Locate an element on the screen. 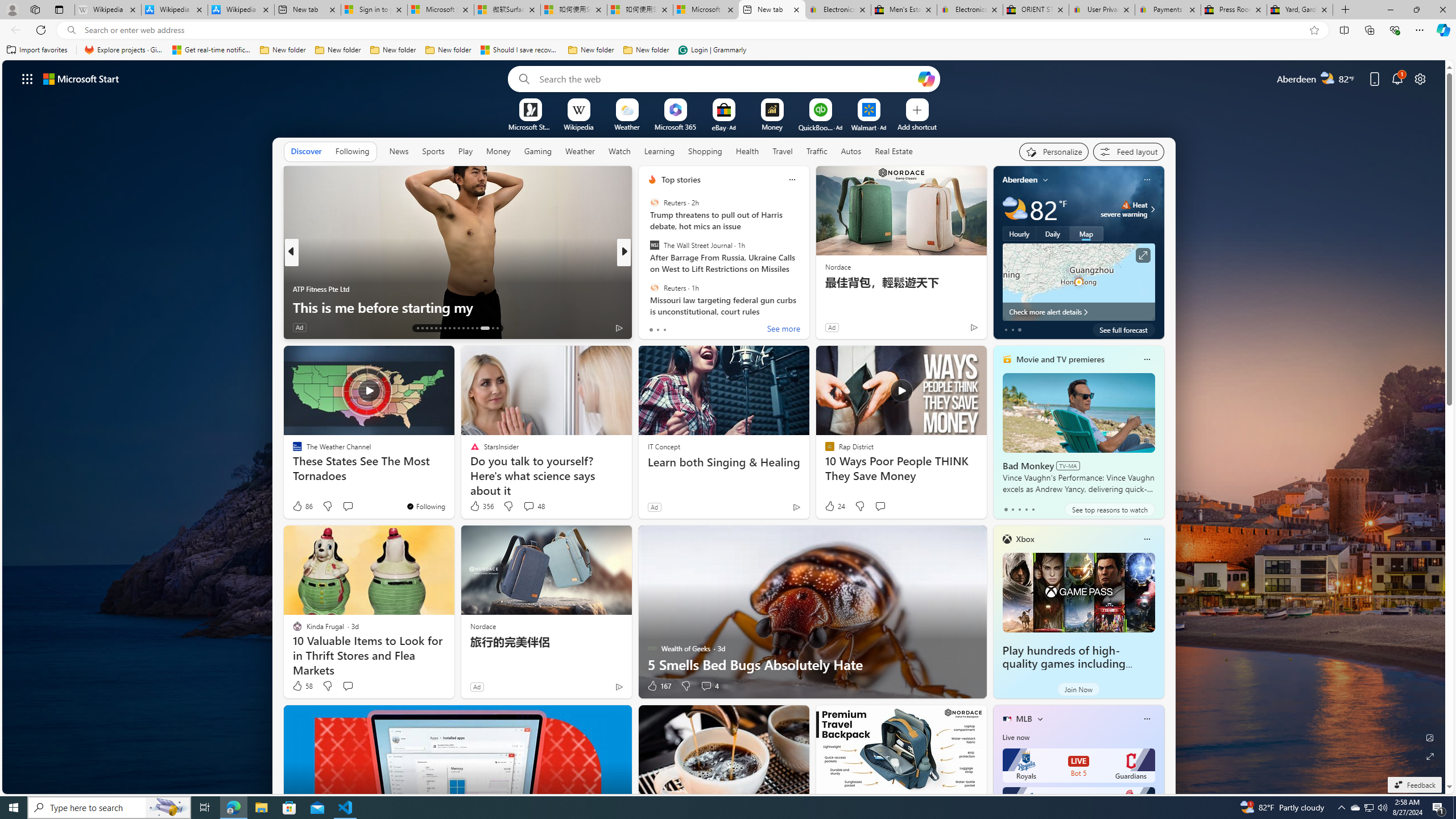  'Learning' is located at coordinates (658, 150).